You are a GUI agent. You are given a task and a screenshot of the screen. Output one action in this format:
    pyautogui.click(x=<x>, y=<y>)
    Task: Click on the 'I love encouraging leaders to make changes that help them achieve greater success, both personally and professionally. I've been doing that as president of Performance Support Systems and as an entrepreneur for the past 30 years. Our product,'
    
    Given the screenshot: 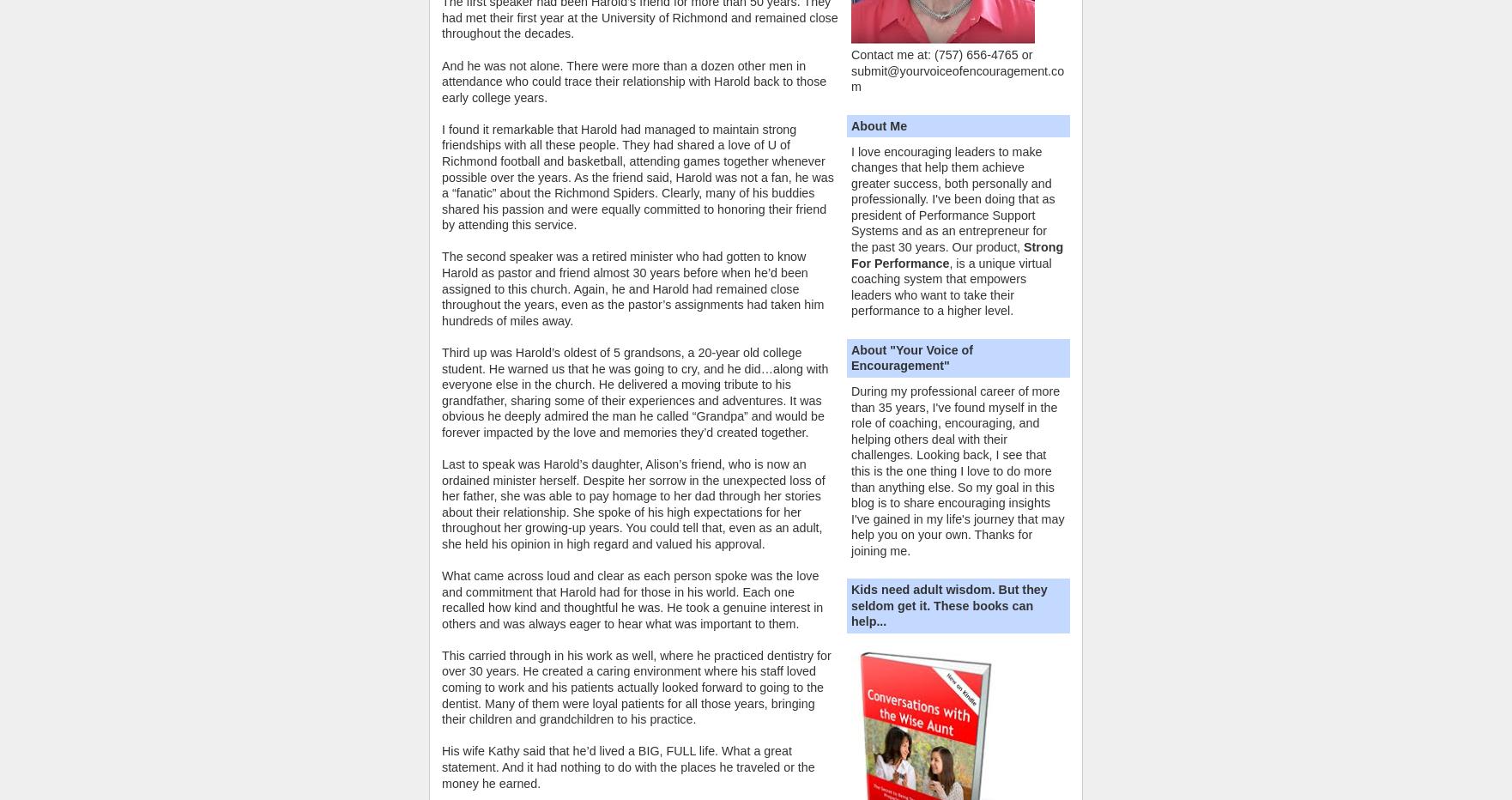 What is the action you would take?
    pyautogui.click(x=953, y=198)
    